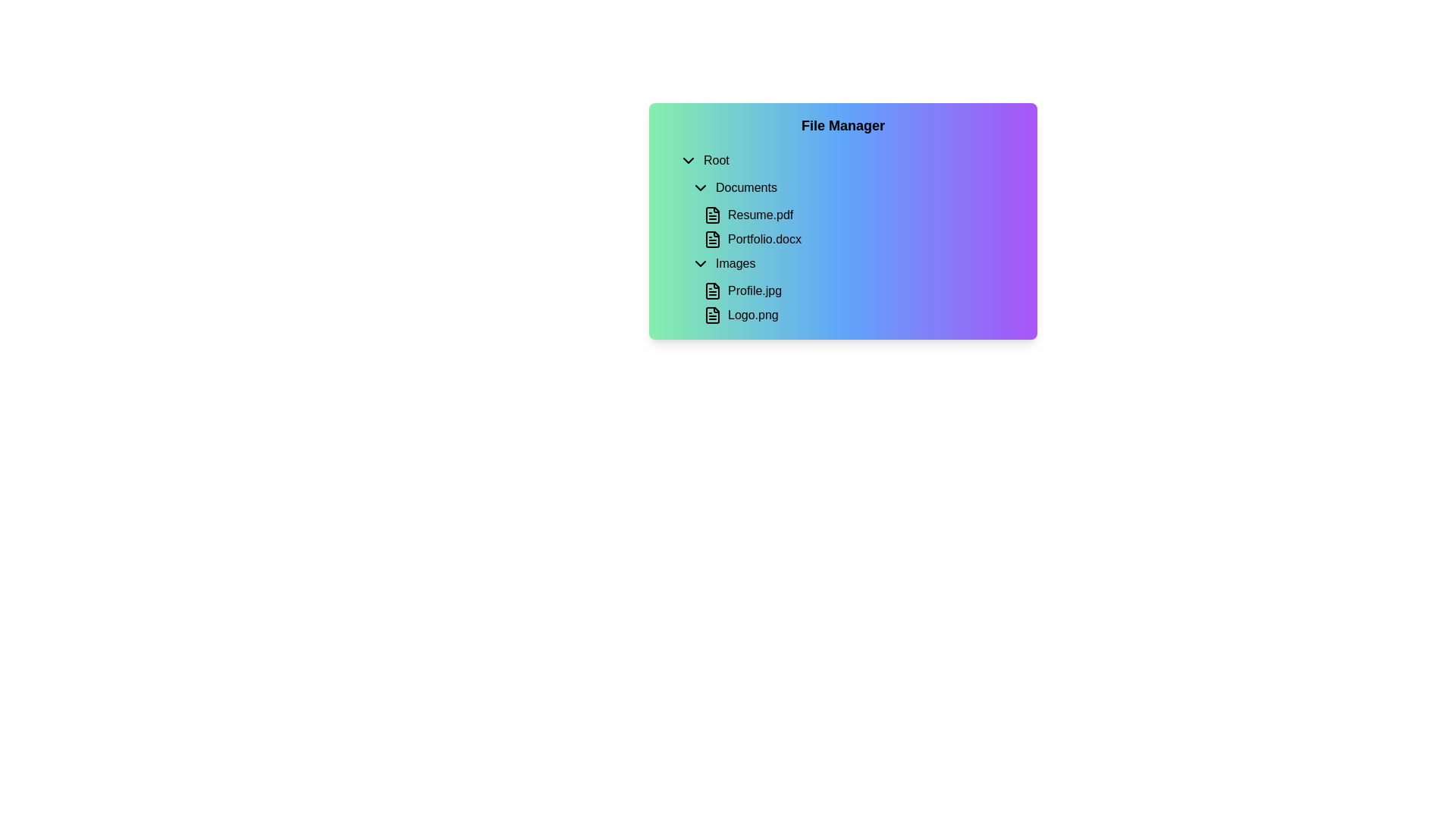 Image resolution: width=1456 pixels, height=819 pixels. What do you see at coordinates (712, 291) in the screenshot?
I see `the File Icon representing 'Profile.jpg'` at bounding box center [712, 291].